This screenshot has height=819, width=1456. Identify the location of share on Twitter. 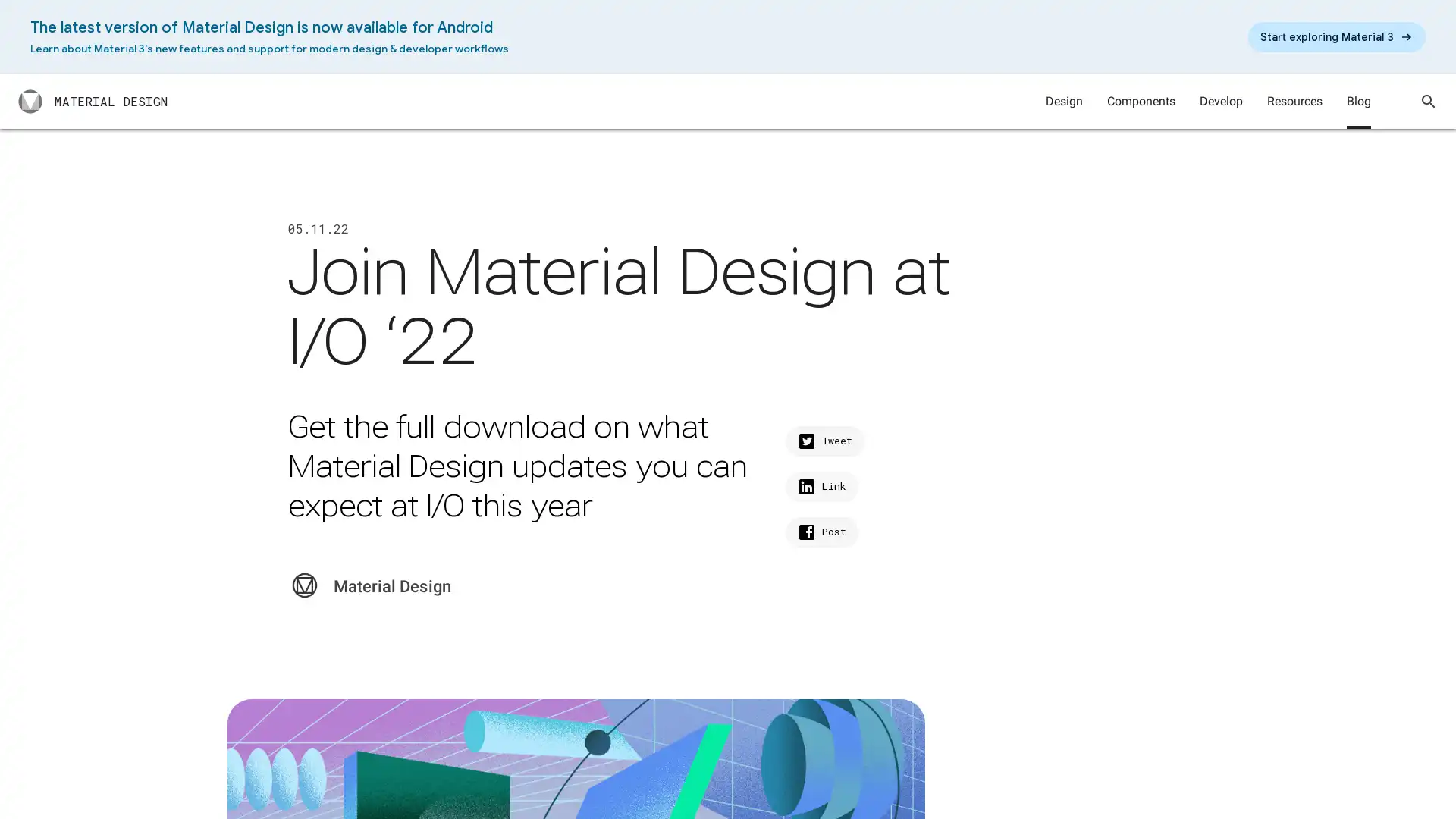
(824, 441).